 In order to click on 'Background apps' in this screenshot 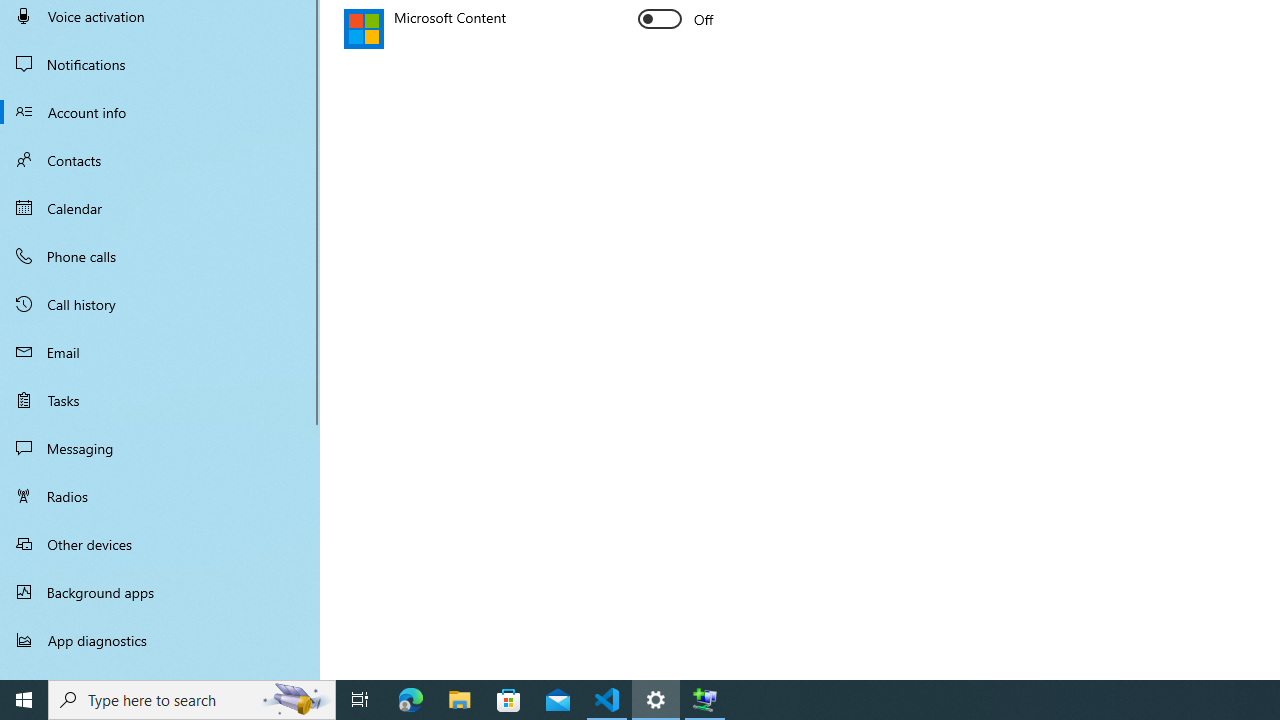, I will do `click(160, 591)`.